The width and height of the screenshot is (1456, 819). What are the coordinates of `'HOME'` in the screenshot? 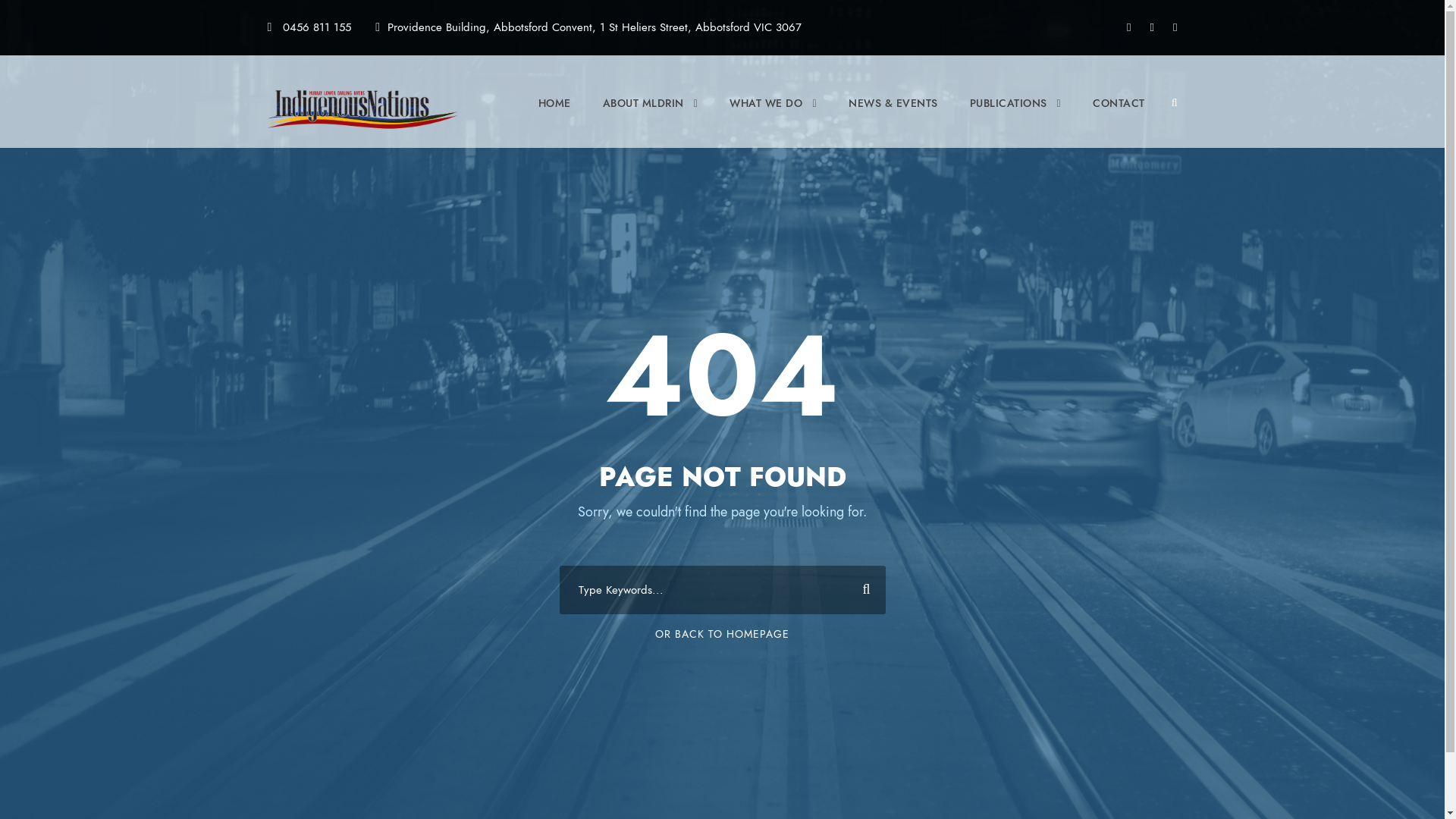 It's located at (554, 116).